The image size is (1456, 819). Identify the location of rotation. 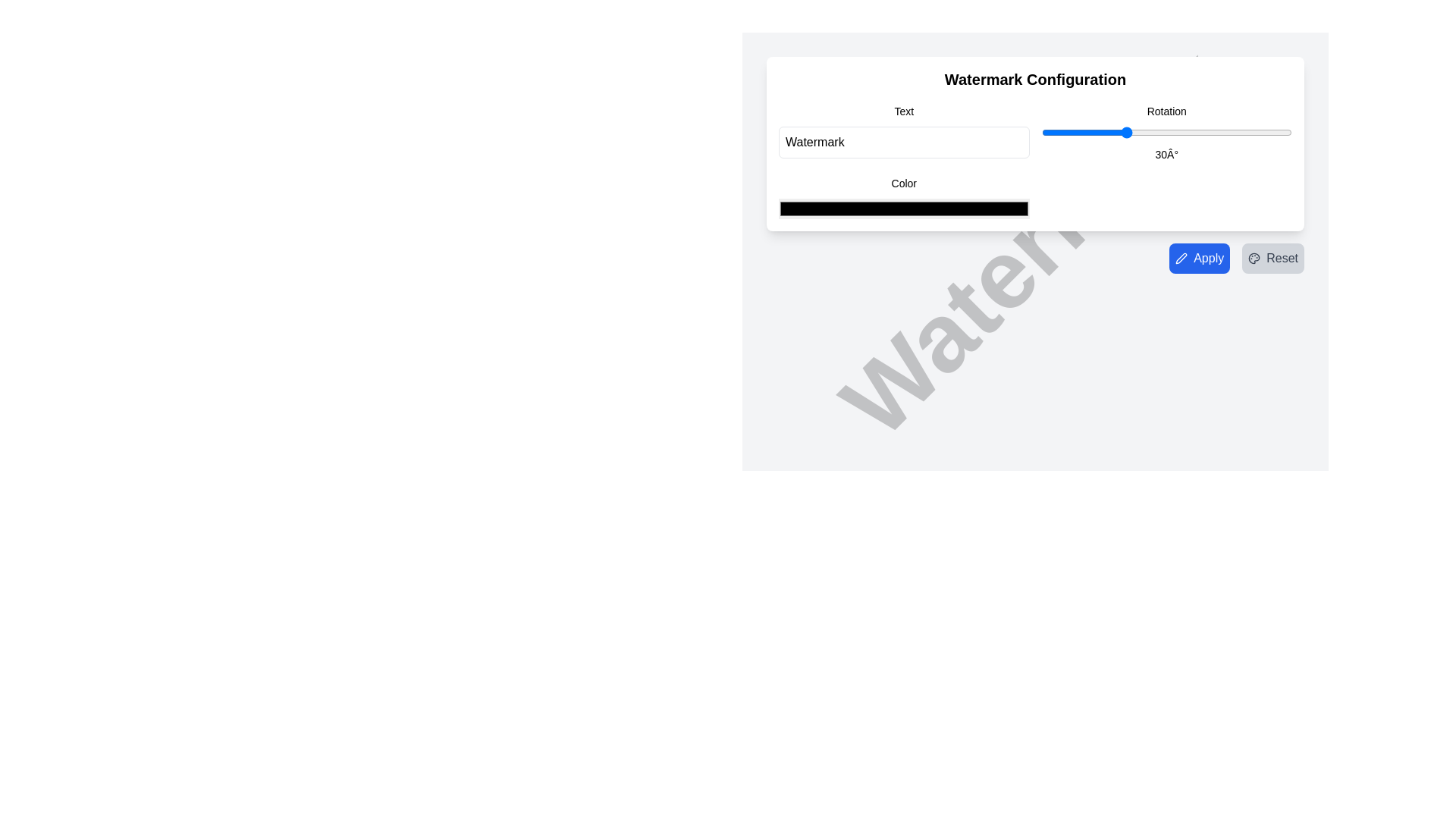
(1087, 131).